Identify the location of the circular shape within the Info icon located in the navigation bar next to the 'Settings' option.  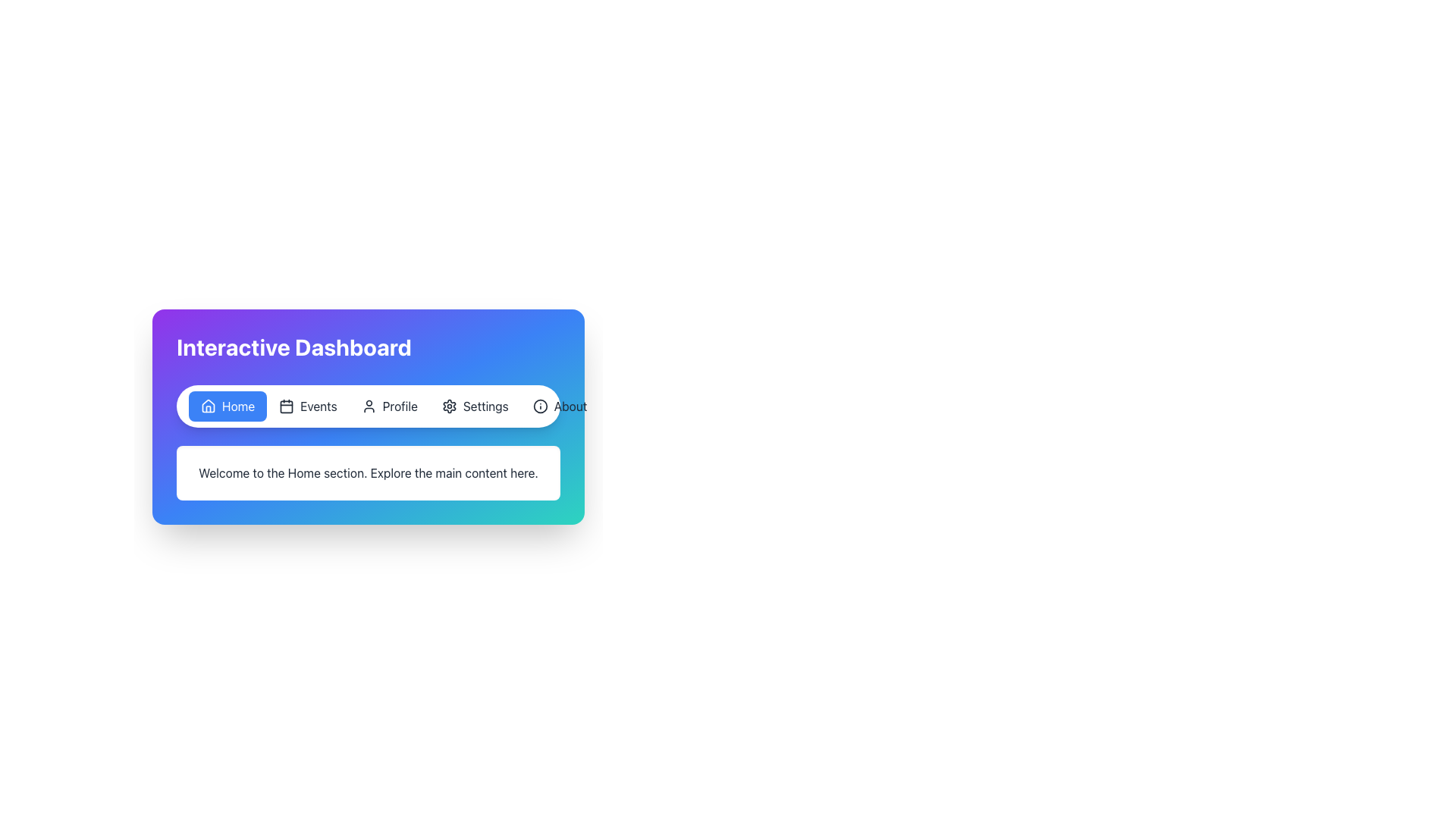
(540, 406).